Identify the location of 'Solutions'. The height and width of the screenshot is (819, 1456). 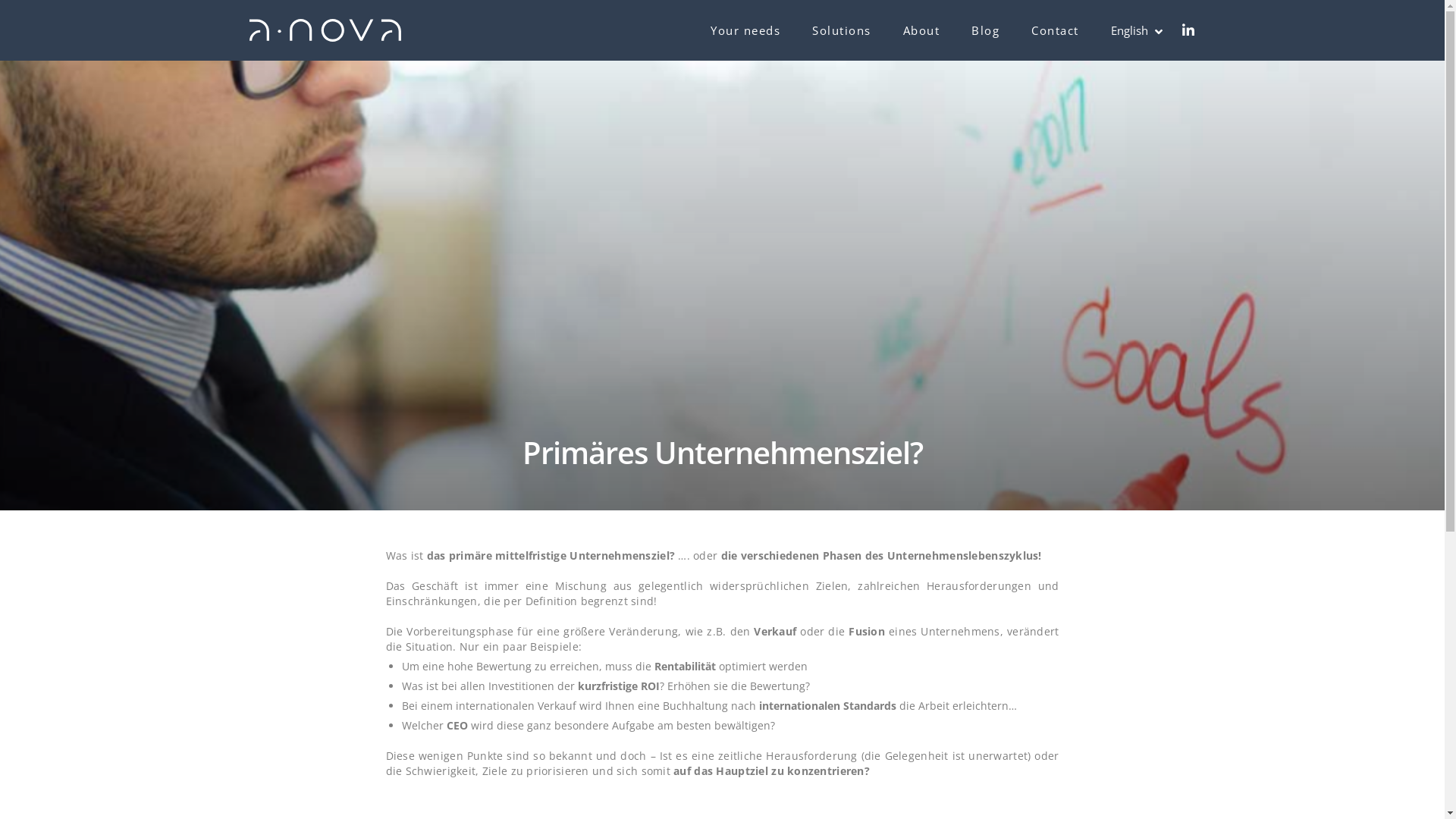
(516, 571).